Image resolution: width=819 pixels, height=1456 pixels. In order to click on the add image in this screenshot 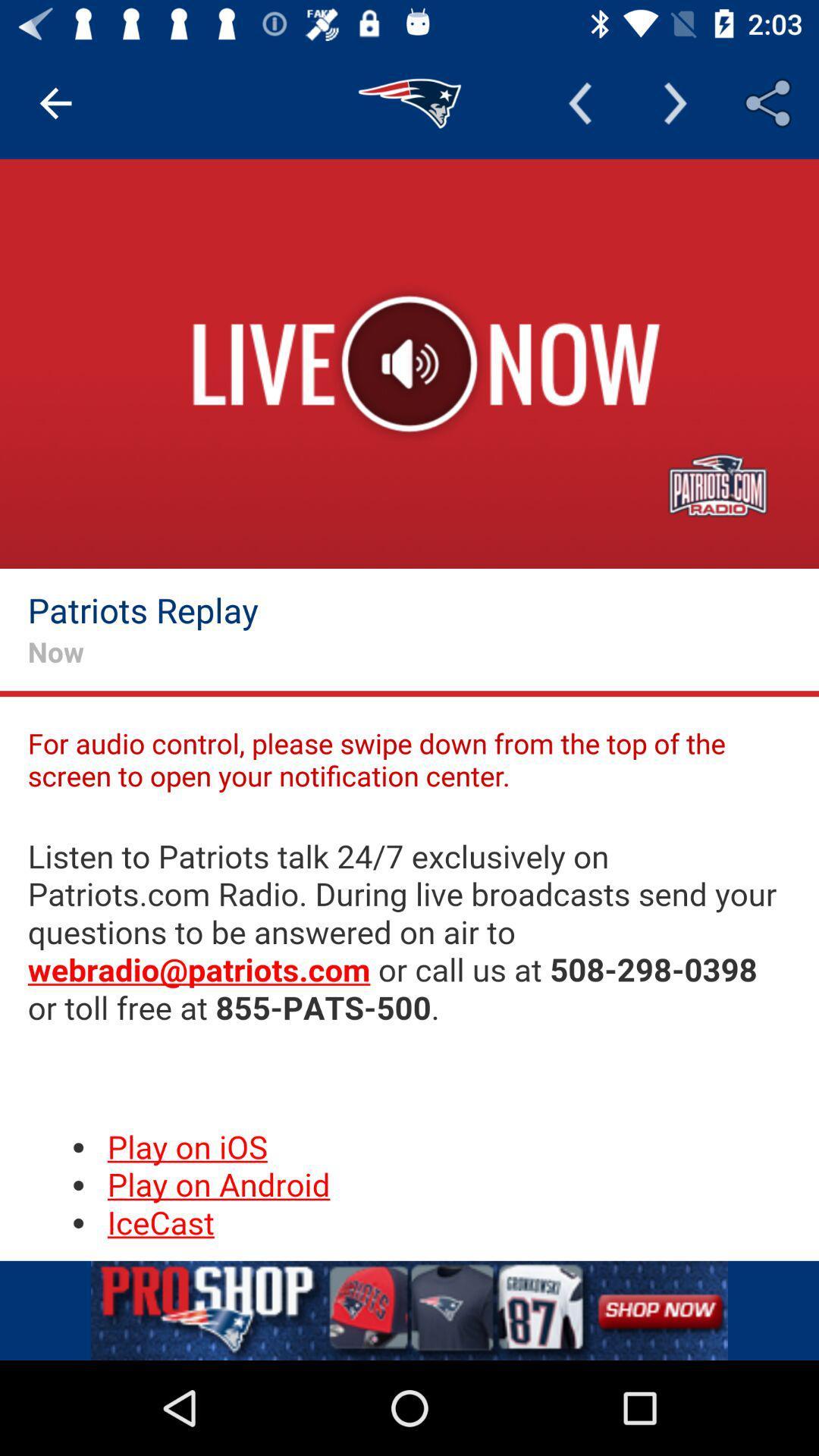, I will do `click(409, 1310)`.